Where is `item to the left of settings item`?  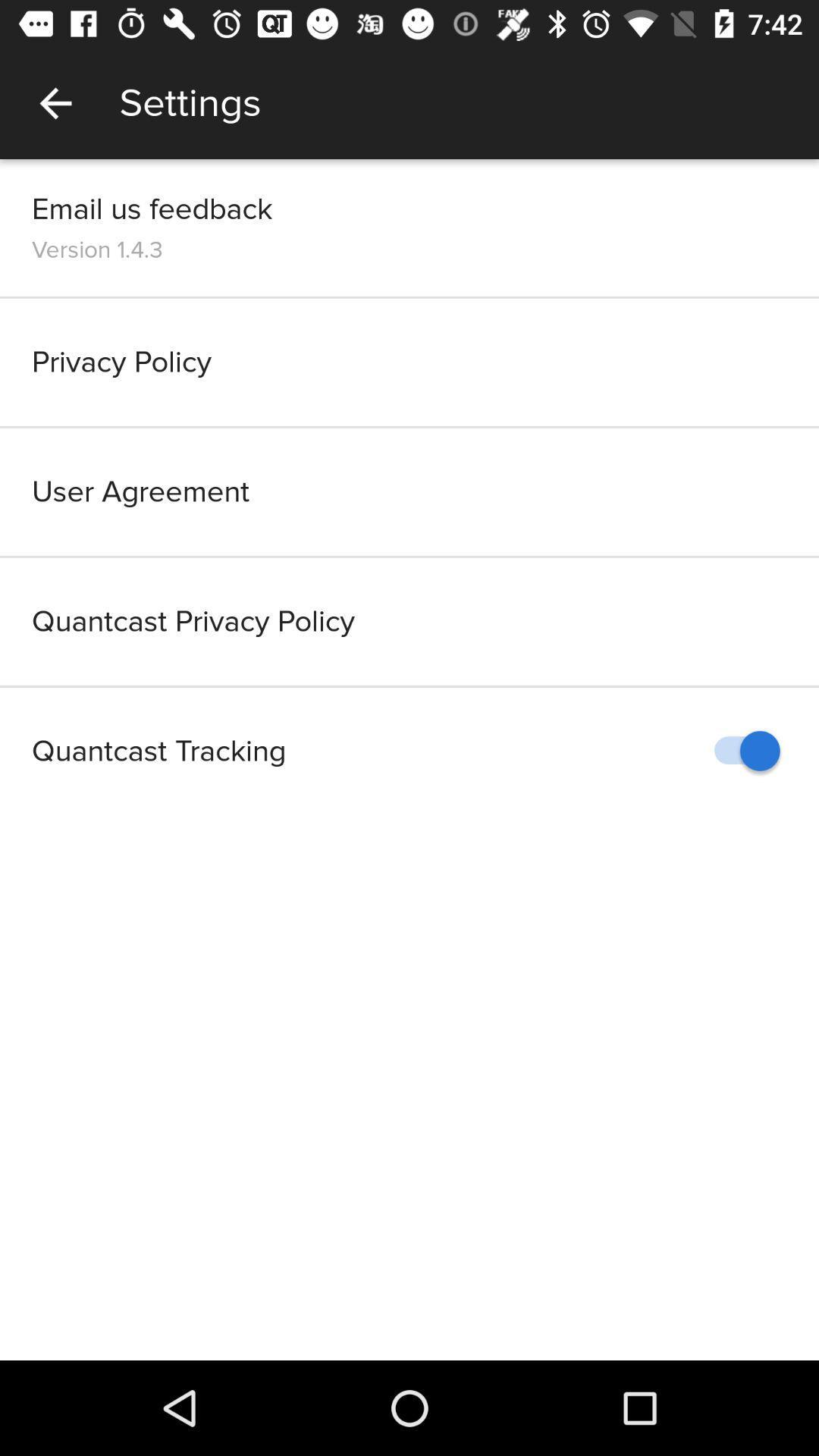 item to the left of settings item is located at coordinates (55, 102).